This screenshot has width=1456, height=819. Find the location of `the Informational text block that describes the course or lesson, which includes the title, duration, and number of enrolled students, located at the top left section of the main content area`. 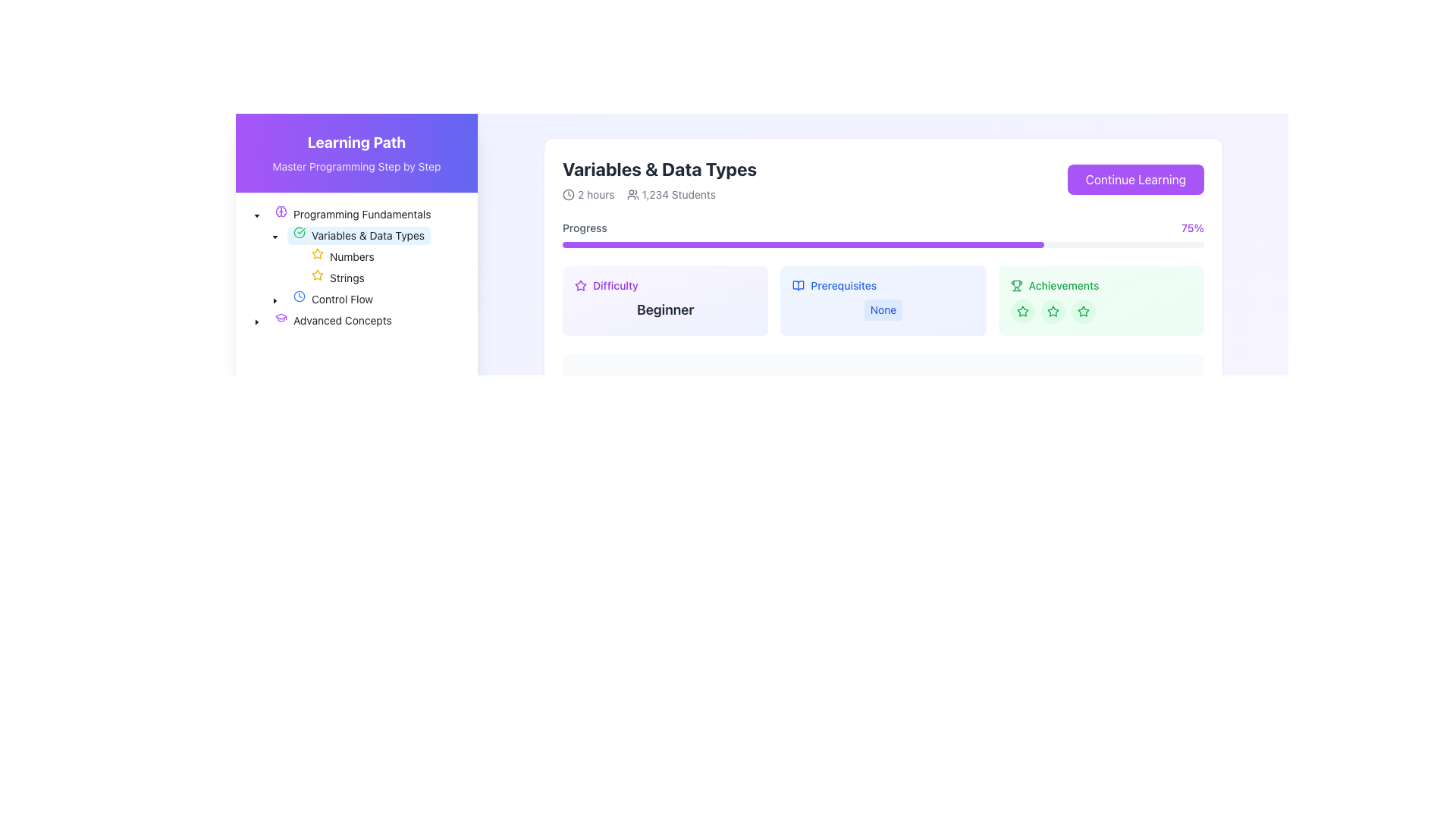

the Informational text block that describes the course or lesson, which includes the title, duration, and number of enrolled students, located at the top left section of the main content area is located at coordinates (660, 178).